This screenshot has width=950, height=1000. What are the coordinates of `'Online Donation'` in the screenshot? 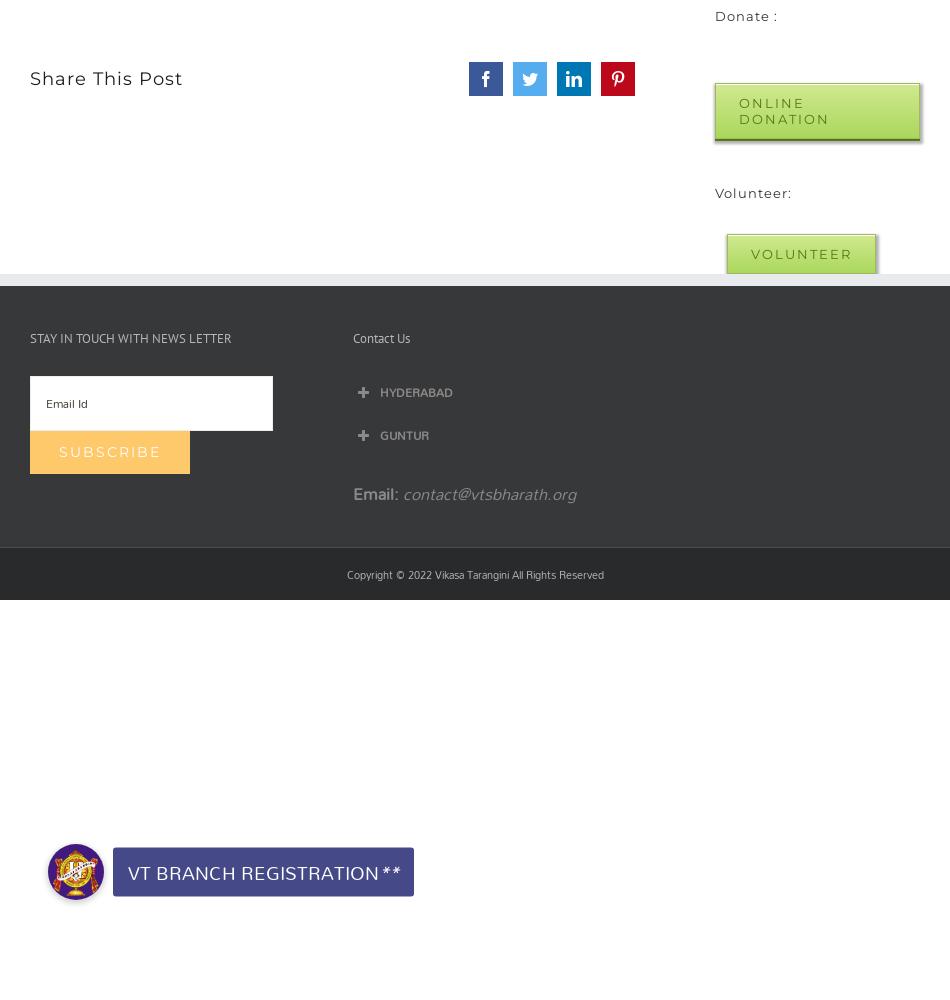 It's located at (783, 110).